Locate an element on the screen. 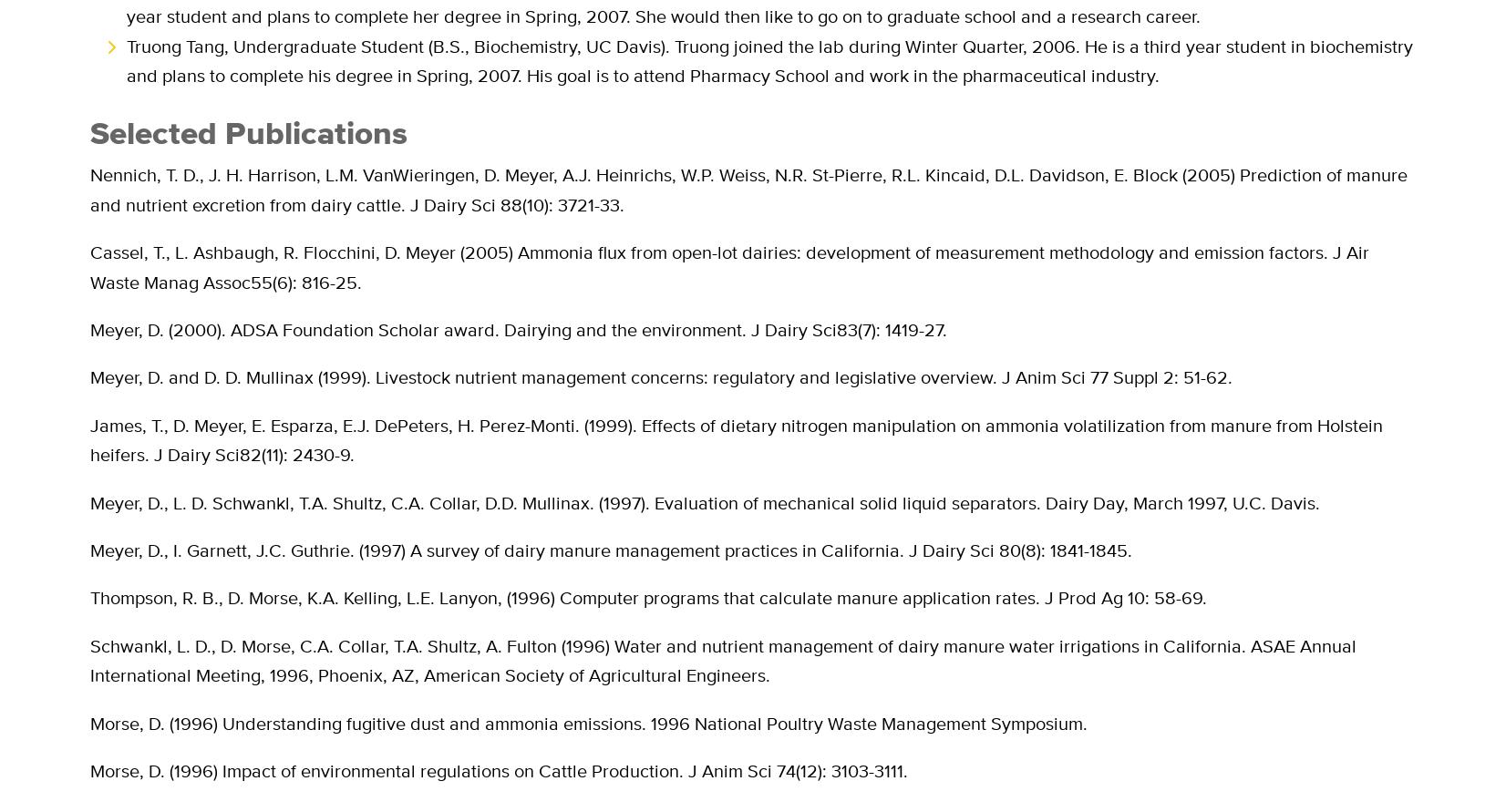 The height and width of the screenshot is (812, 1506). 'Morse, D. (1996) Impact of environmental regulations on Cattle Production. J Anim Sci 74(12): 3103-3111.' is located at coordinates (499, 769).